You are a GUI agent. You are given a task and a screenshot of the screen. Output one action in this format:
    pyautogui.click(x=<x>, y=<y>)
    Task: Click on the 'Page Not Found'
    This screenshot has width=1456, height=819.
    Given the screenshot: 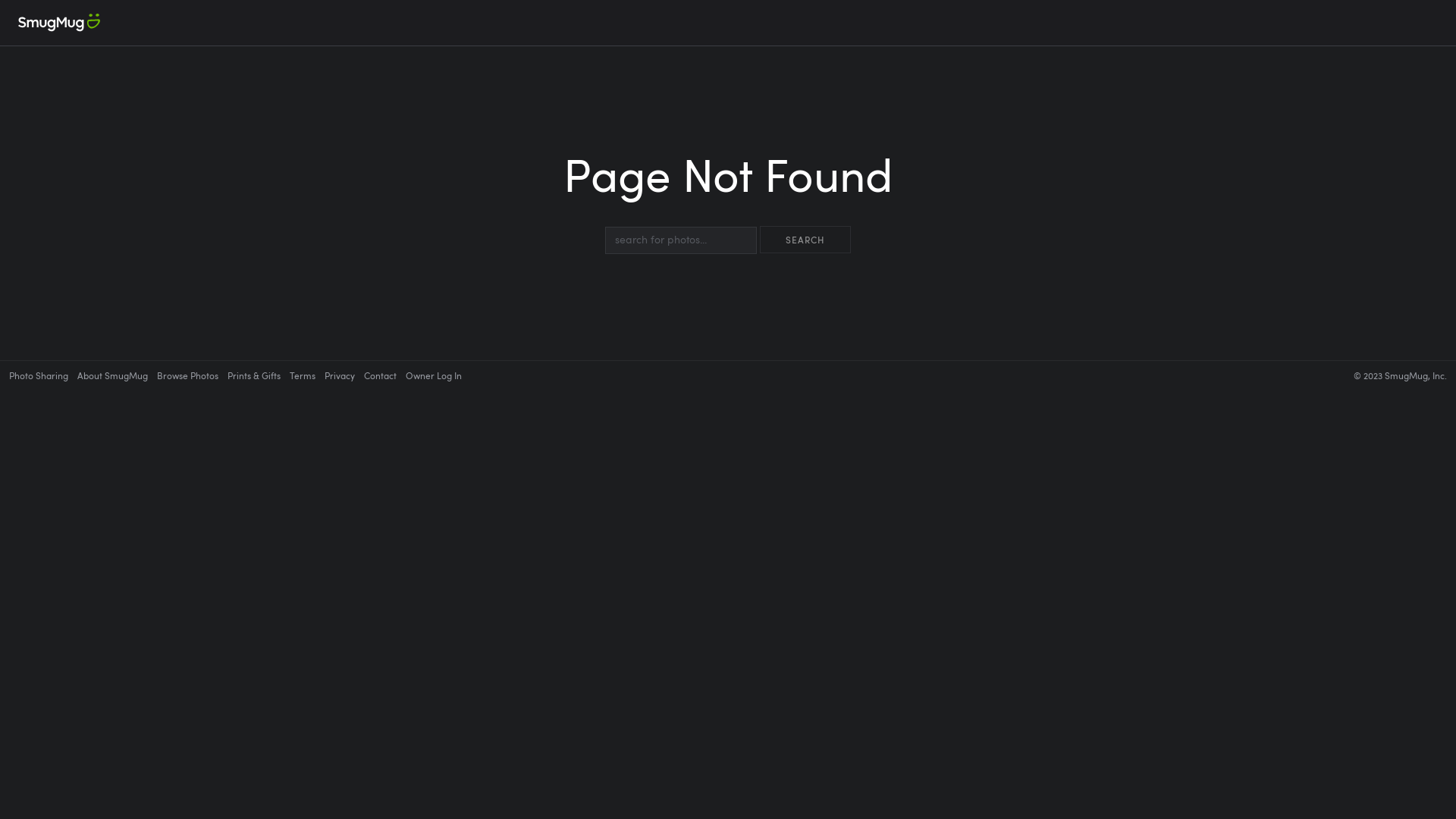 What is the action you would take?
    pyautogui.click(x=728, y=187)
    